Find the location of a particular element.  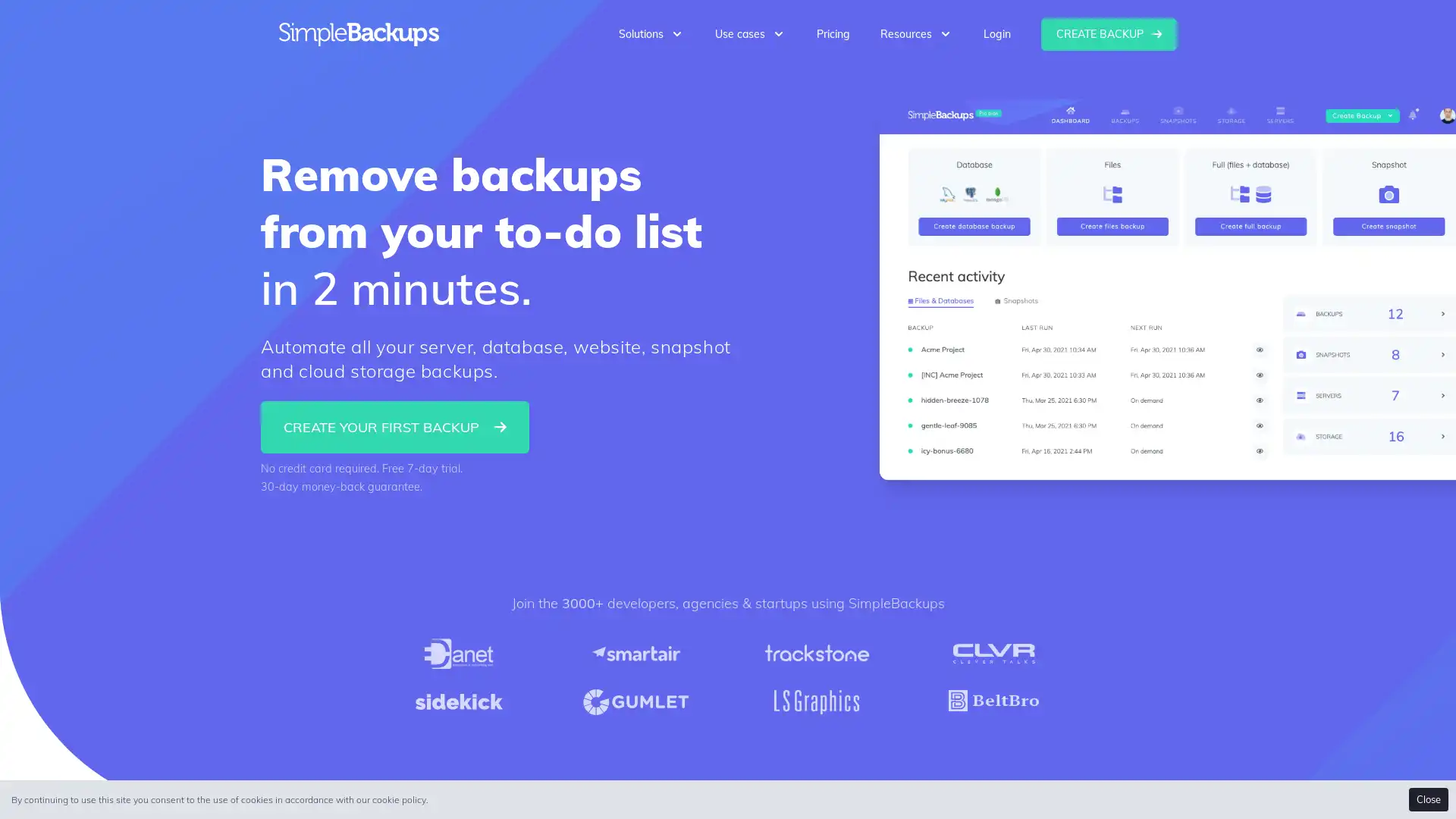

Resources is located at coordinates (916, 34).